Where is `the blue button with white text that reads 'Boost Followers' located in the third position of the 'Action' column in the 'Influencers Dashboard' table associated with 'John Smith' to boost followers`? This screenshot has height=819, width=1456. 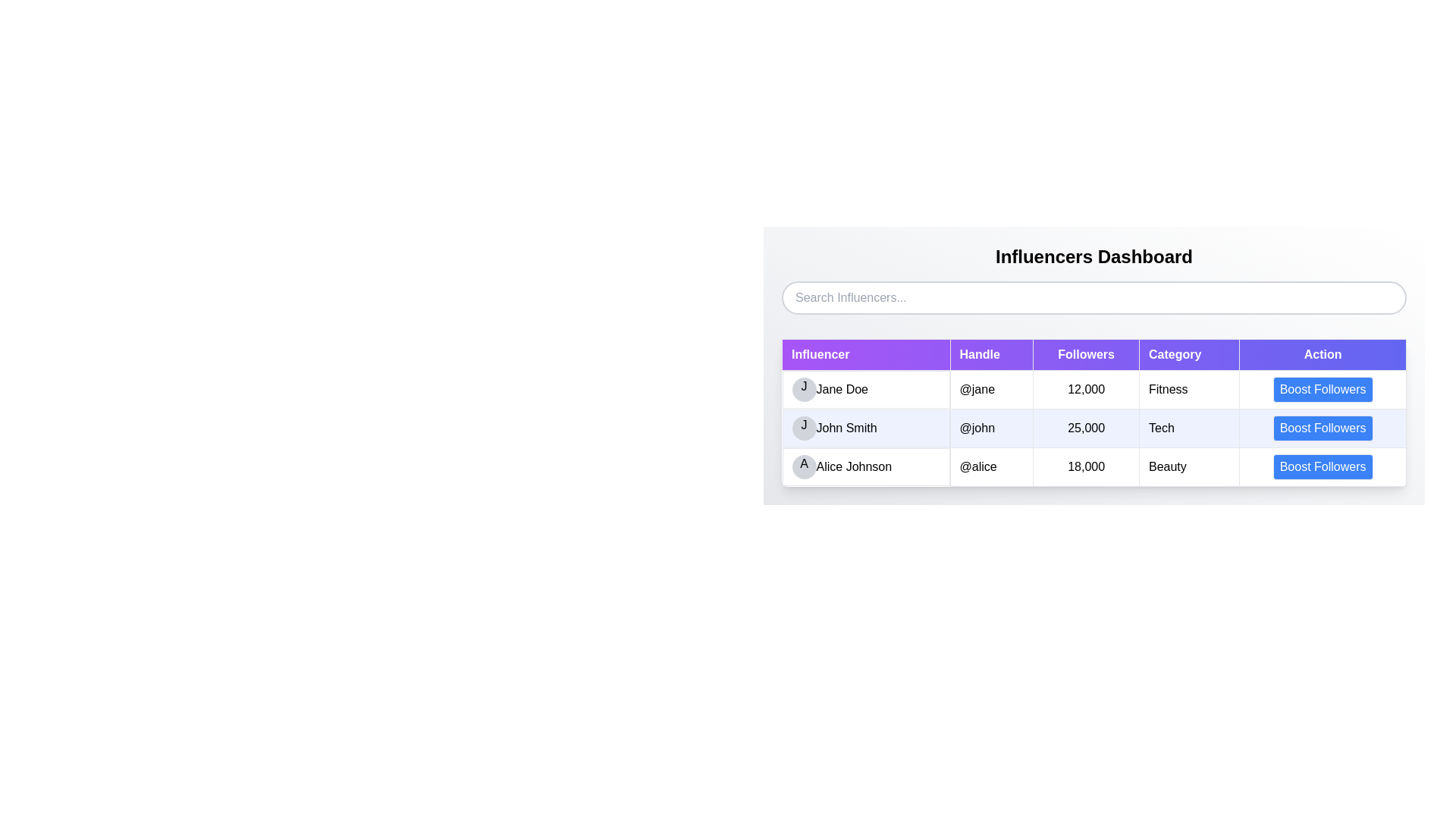 the blue button with white text that reads 'Boost Followers' located in the third position of the 'Action' column in the 'Influencers Dashboard' table associated with 'John Smith' to boost followers is located at coordinates (1322, 428).